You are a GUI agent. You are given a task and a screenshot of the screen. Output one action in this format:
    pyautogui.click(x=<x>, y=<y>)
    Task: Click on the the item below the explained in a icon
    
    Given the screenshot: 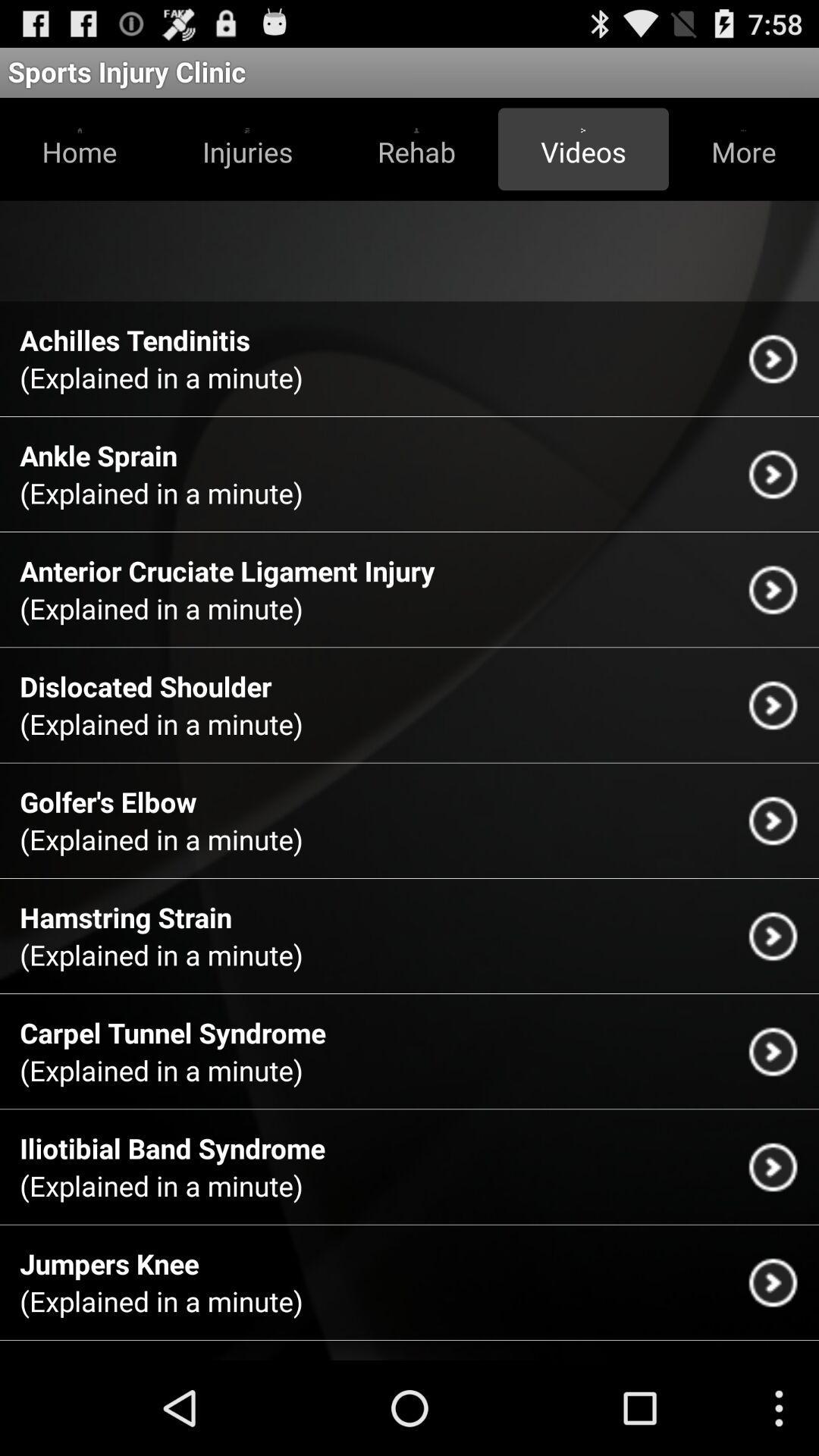 What is the action you would take?
    pyautogui.click(x=125, y=916)
    